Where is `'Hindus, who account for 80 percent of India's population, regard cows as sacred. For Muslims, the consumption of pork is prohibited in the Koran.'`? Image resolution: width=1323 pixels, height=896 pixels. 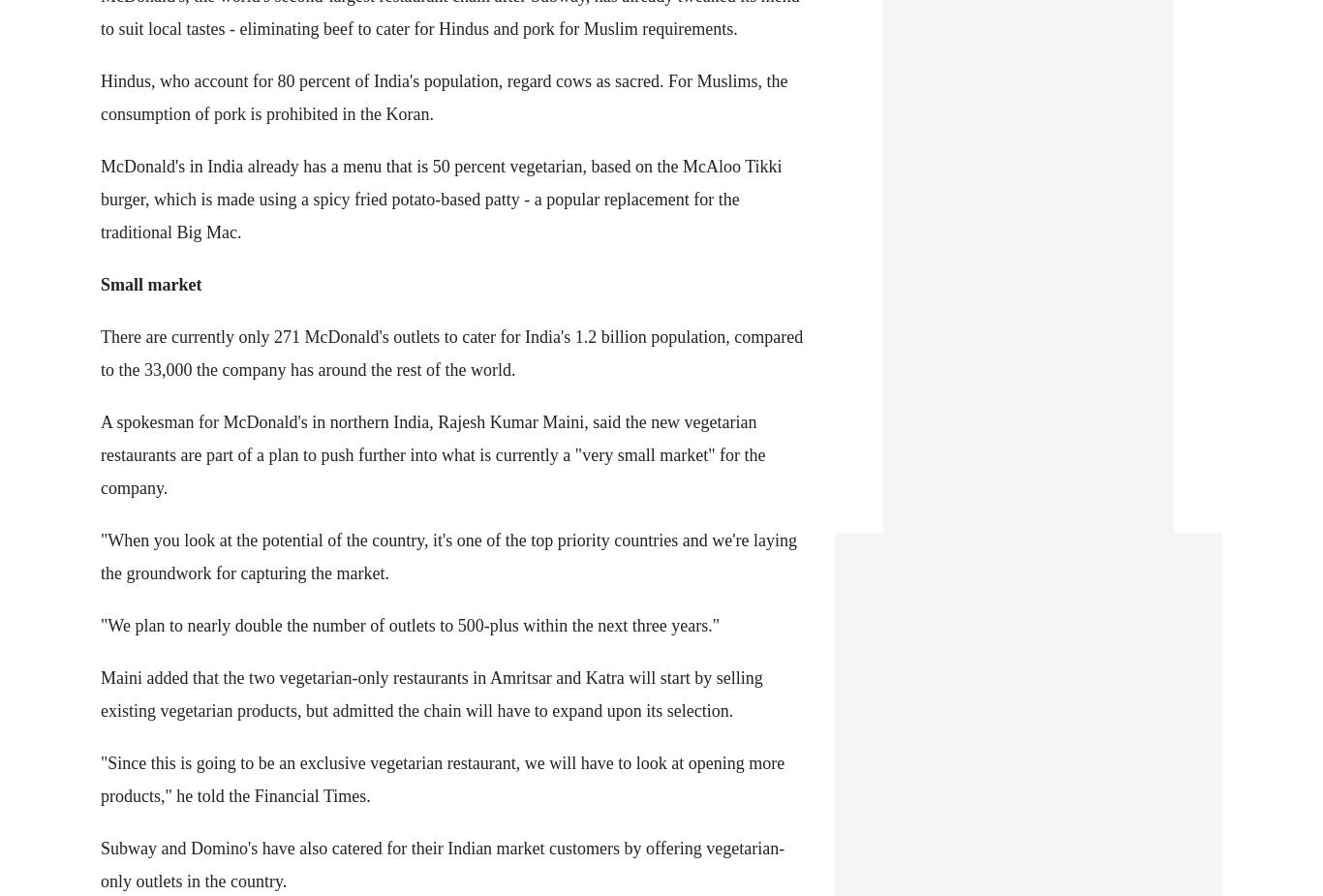
'Hindus, who account for 80 percent of India's population, regard cows as sacred. For Muslims, the consumption of pork is prohibited in the Koran.' is located at coordinates (444, 95).